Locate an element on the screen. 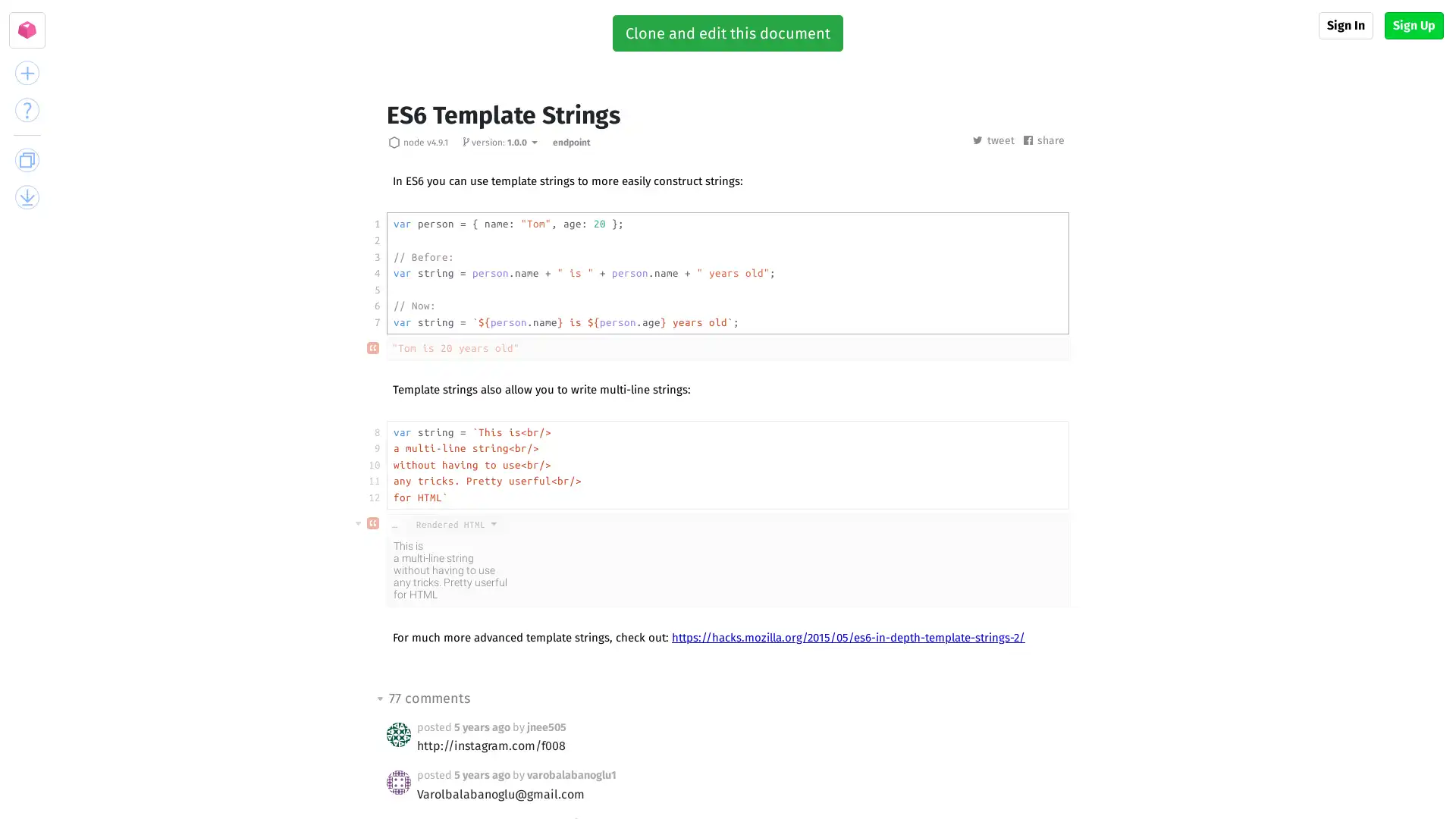  Clone and edit this document is located at coordinates (728, 33).